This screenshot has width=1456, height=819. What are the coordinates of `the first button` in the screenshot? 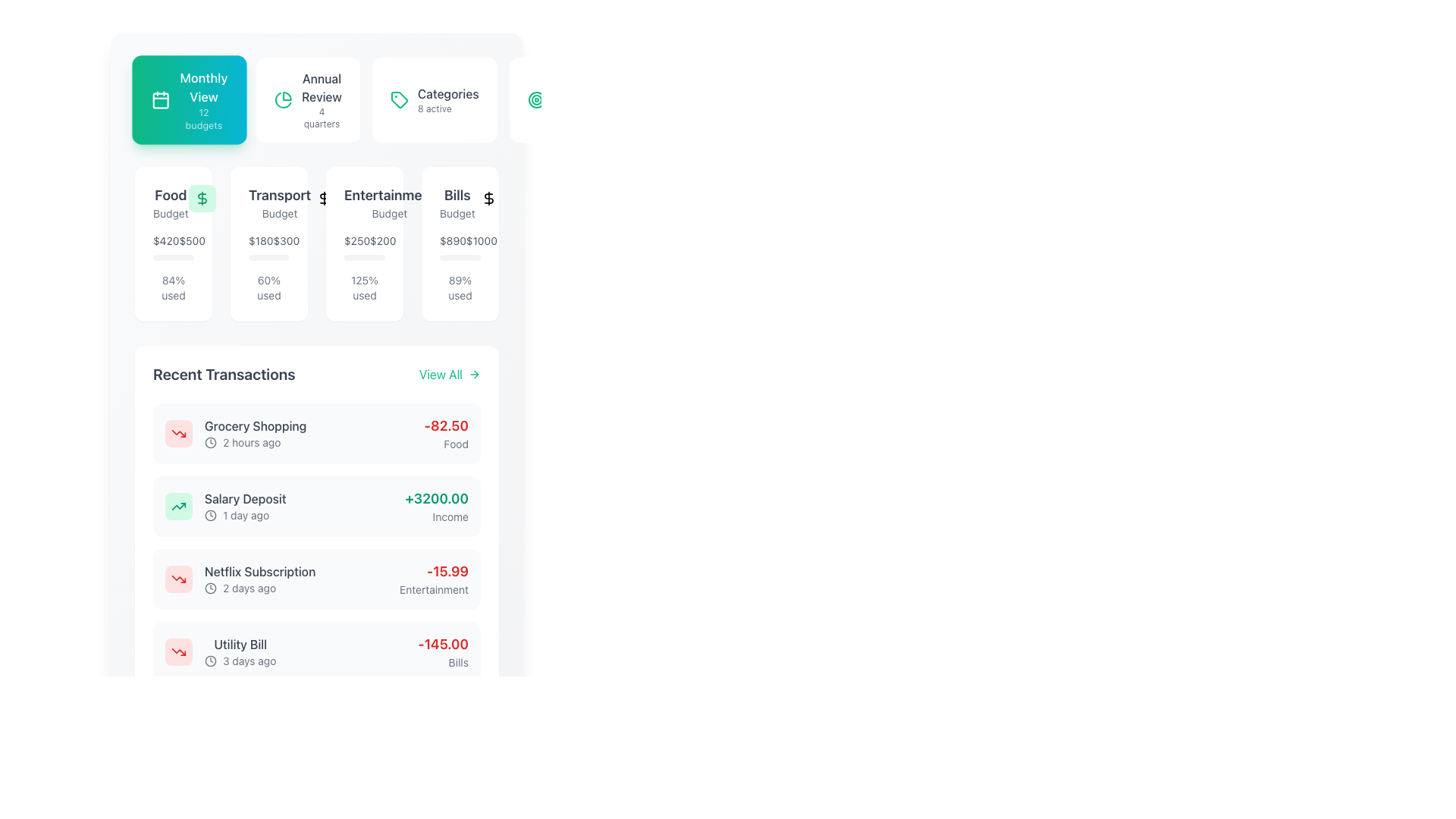 It's located at (188, 99).